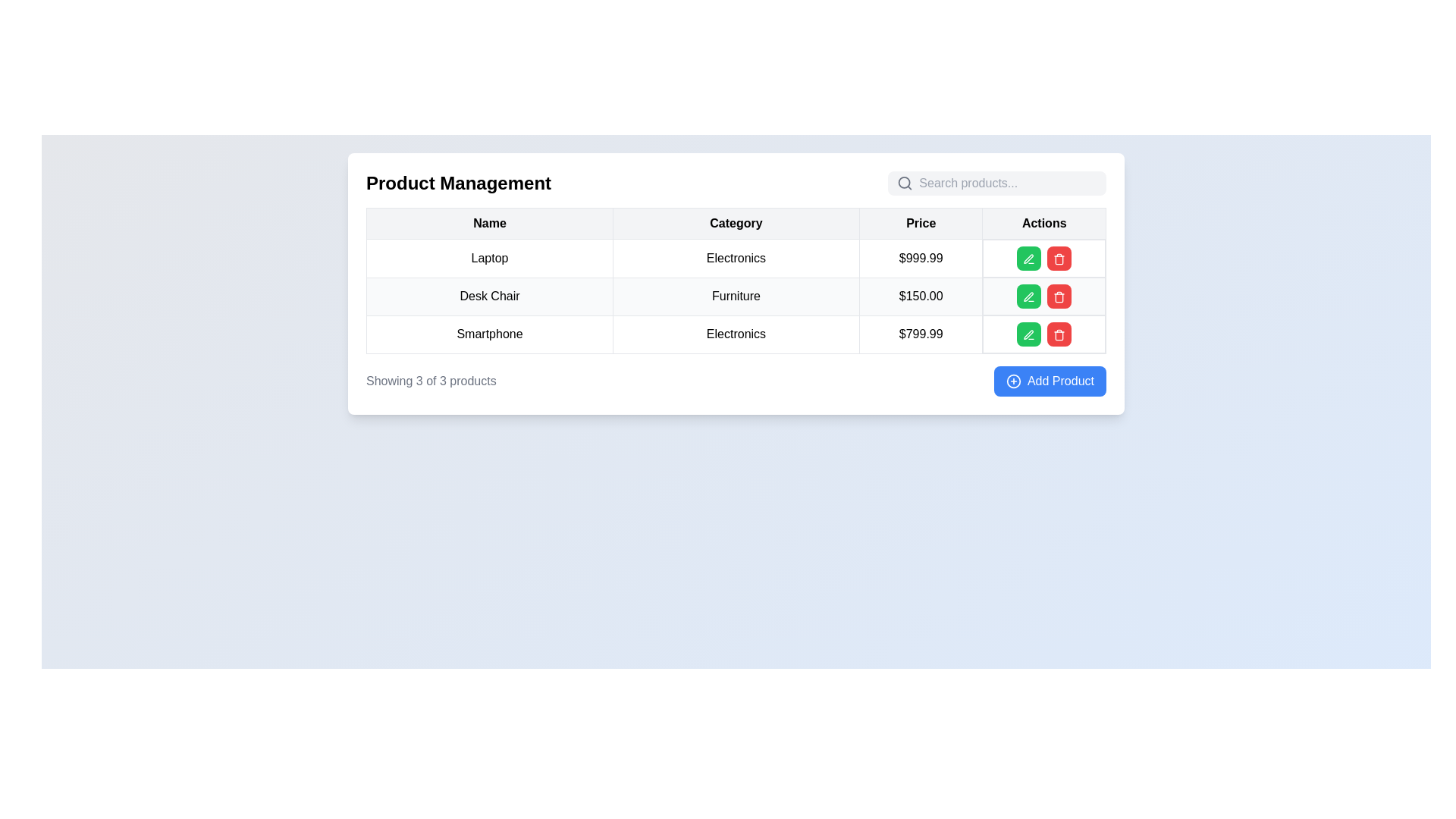 The width and height of the screenshot is (1456, 819). Describe the element at coordinates (490, 296) in the screenshot. I see `the 'Desk Chair' text label in the product management table, which is located in the second row under the 'Name' column` at that location.